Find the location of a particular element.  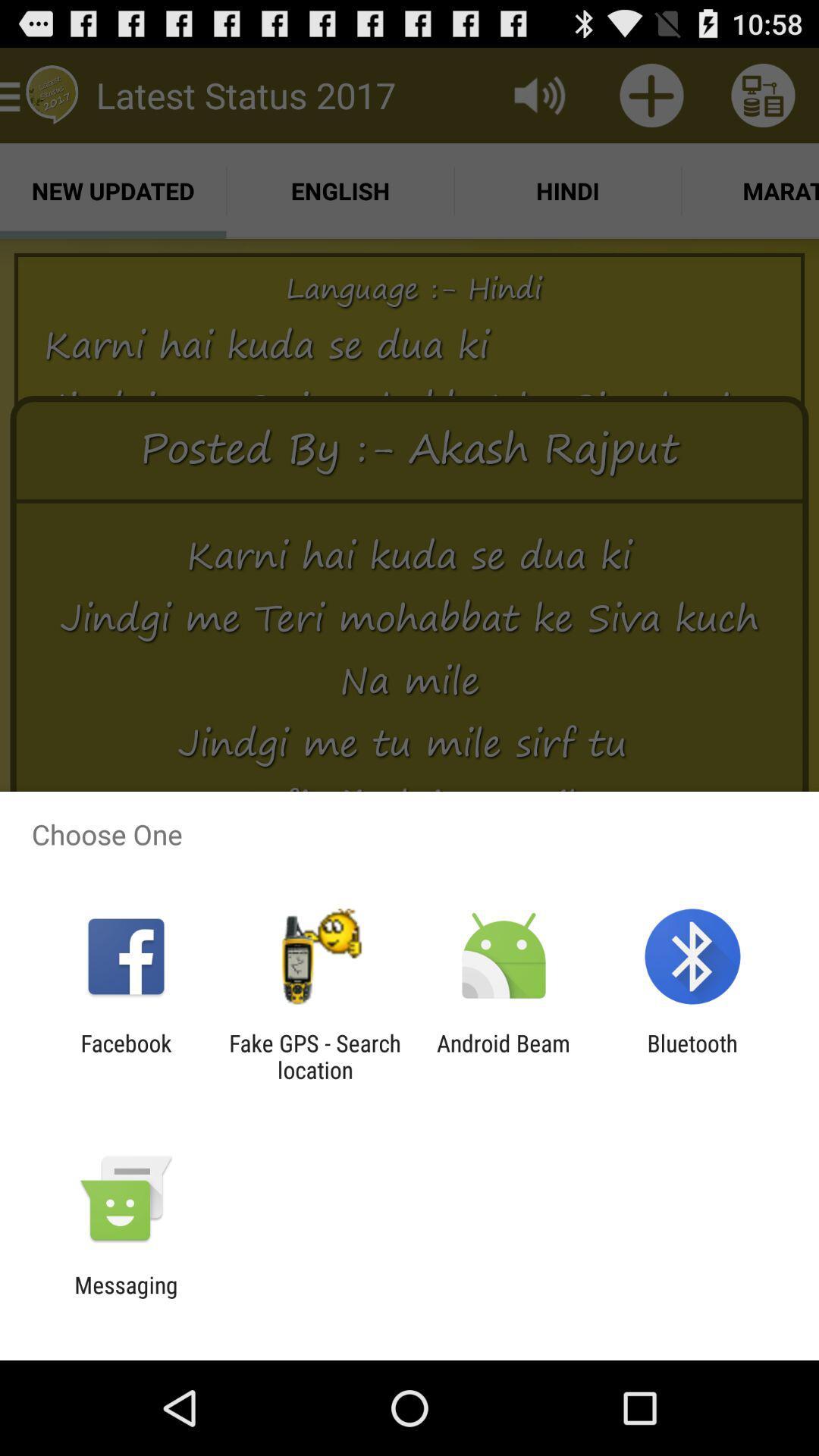

app next to bluetooth item is located at coordinates (504, 1056).